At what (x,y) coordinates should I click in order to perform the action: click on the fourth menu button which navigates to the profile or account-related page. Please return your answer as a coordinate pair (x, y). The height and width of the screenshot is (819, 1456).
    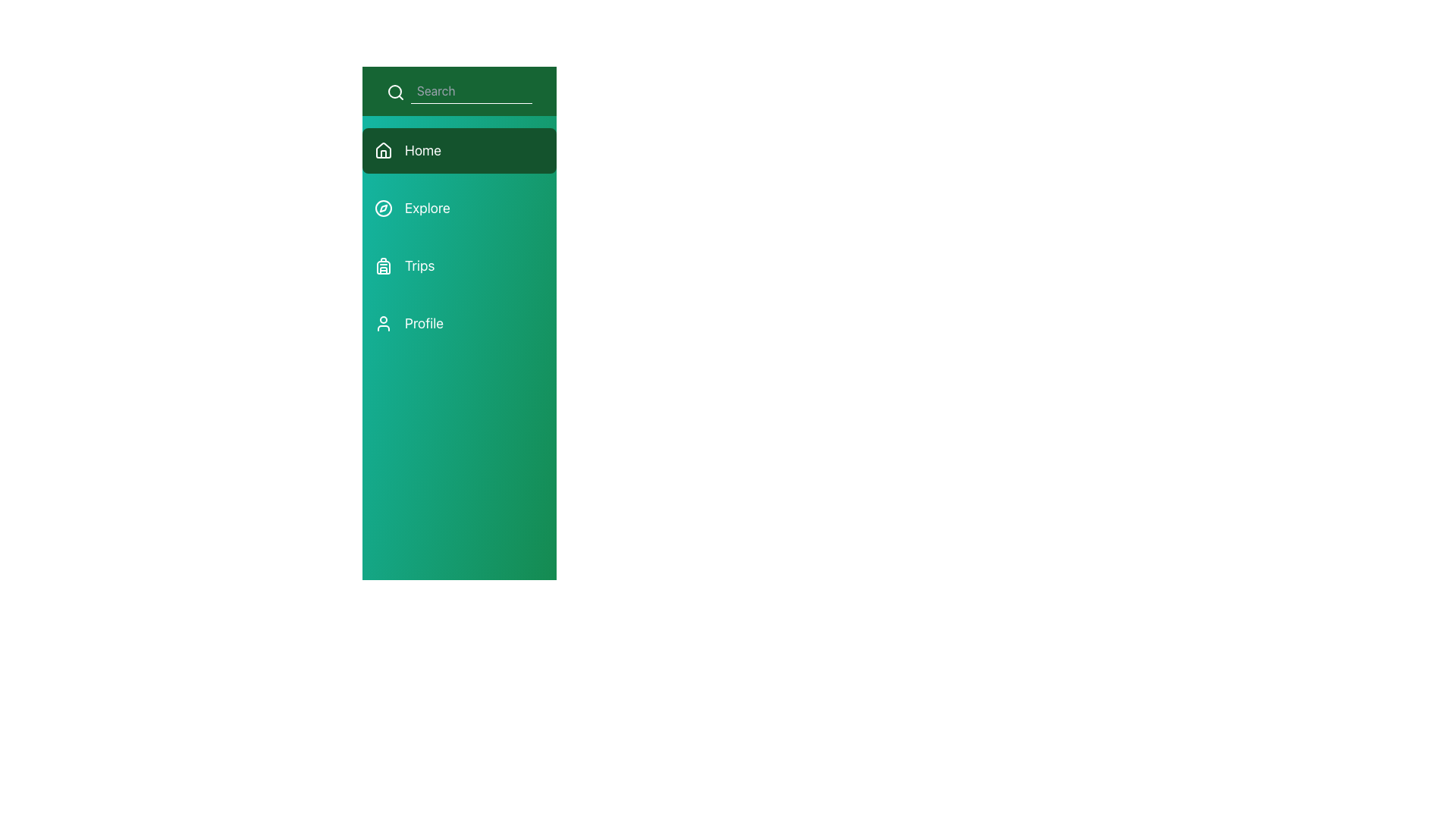
    Looking at the image, I should click on (458, 323).